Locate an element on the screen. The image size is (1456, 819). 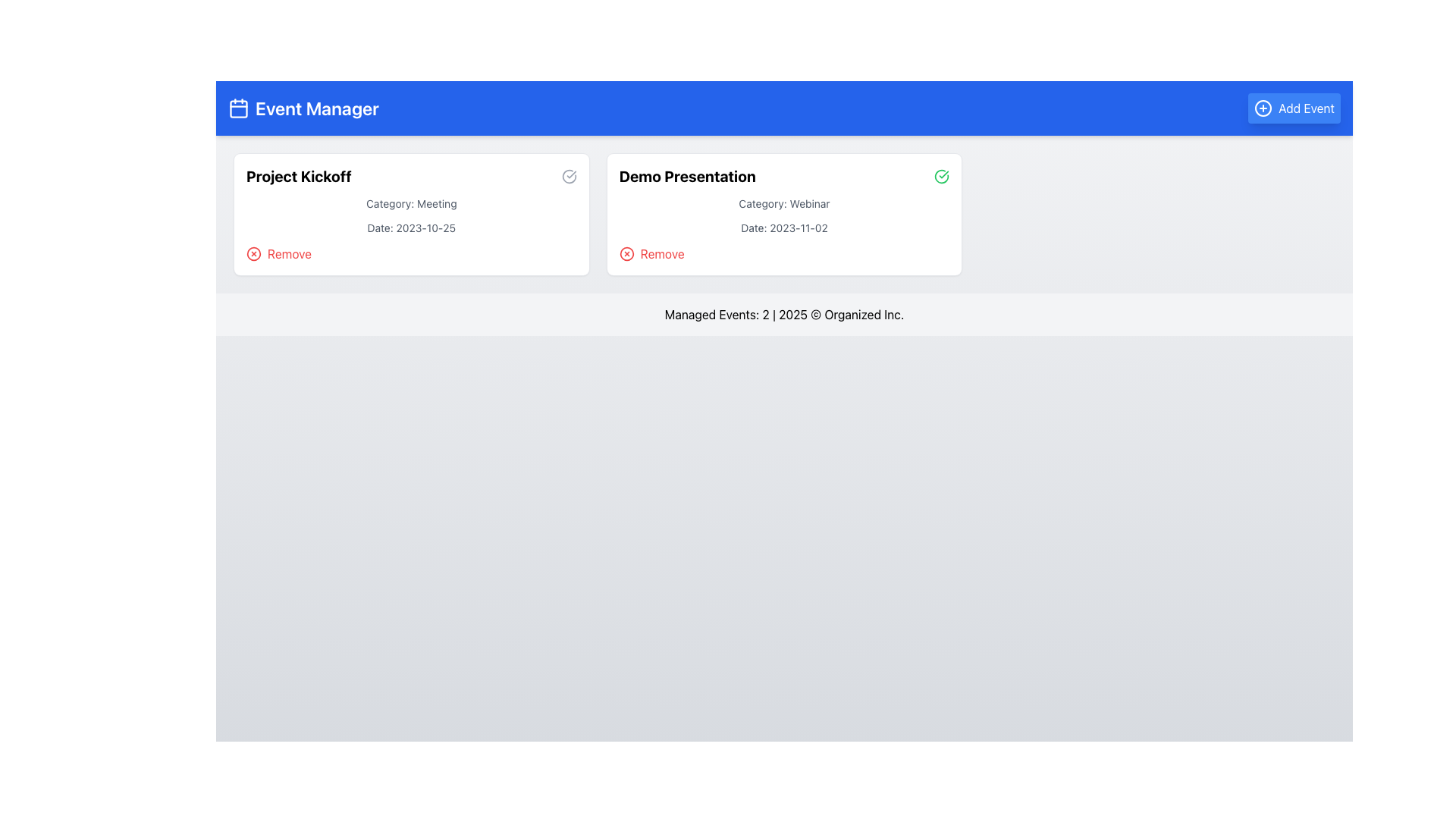
the status icon is located at coordinates (568, 175).